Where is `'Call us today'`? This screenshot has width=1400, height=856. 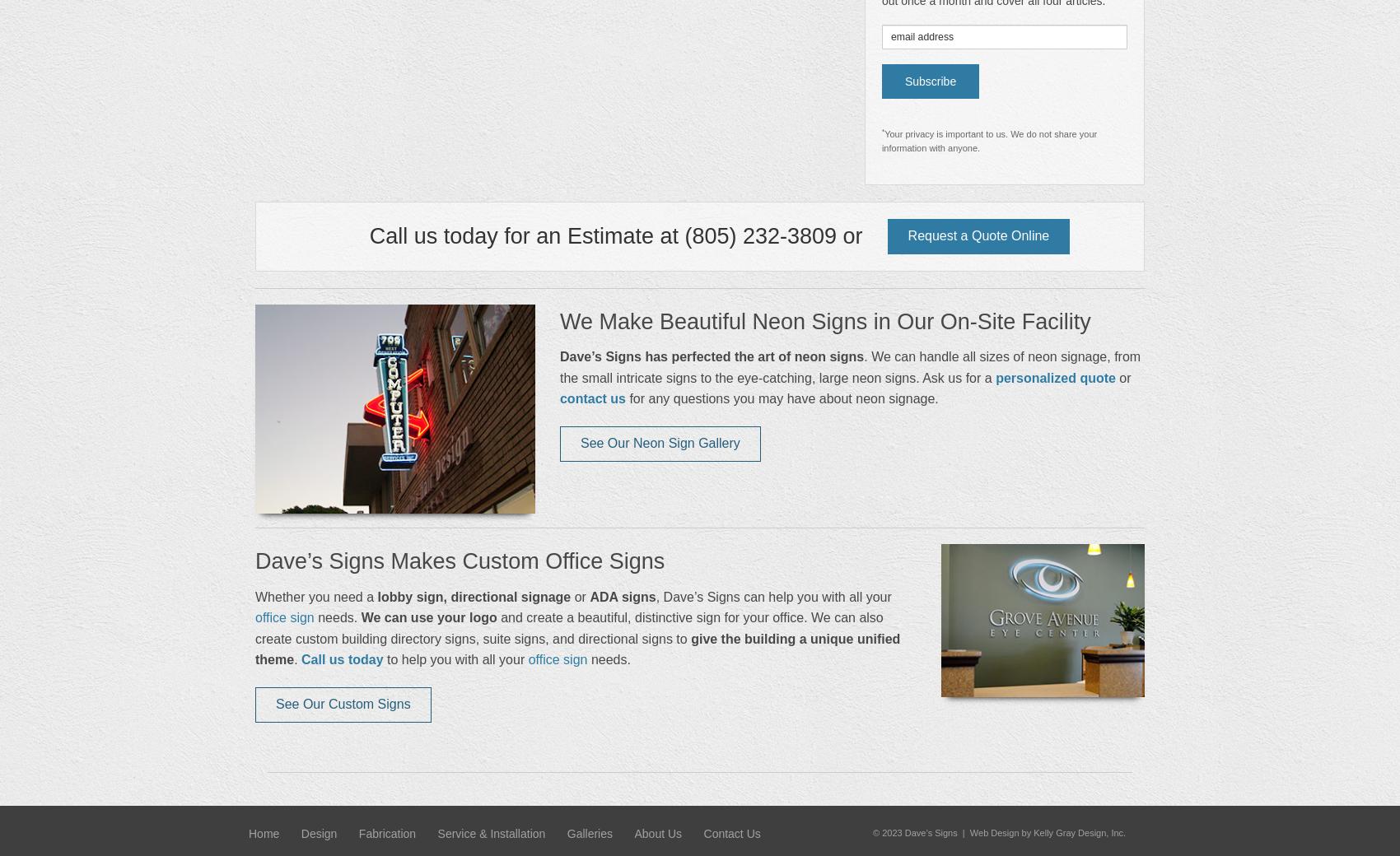 'Call us today' is located at coordinates (341, 658).